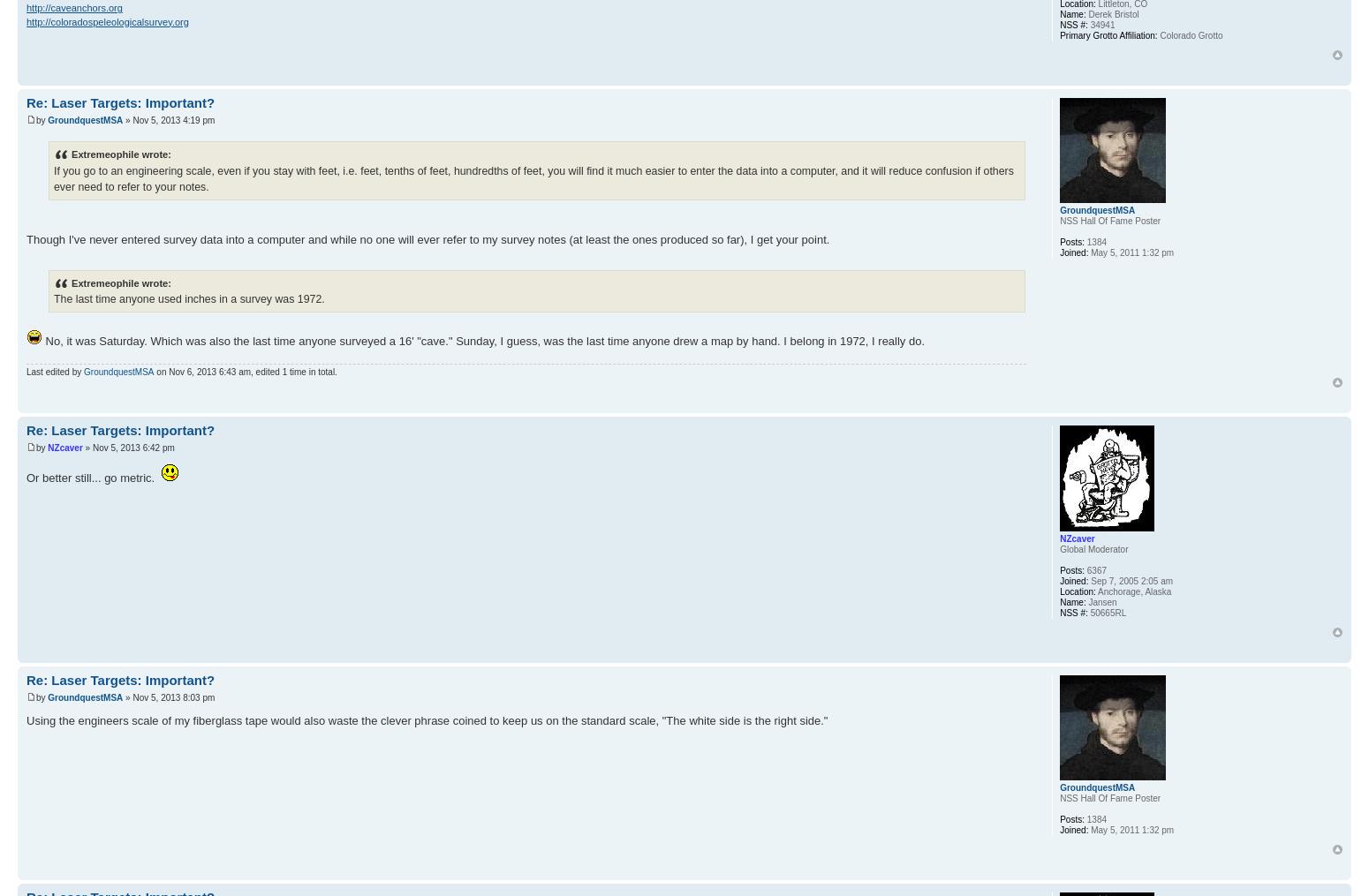 This screenshot has width=1369, height=896. I want to click on 'If you go to an engineering scale, even if you stay with feet, i.e. feet, tenths of feet, hundredths of feet, you will find it much easier to enter the data into a computer, and it will reduce confusion if others ever need to refer to your notes.', so click(533, 177).